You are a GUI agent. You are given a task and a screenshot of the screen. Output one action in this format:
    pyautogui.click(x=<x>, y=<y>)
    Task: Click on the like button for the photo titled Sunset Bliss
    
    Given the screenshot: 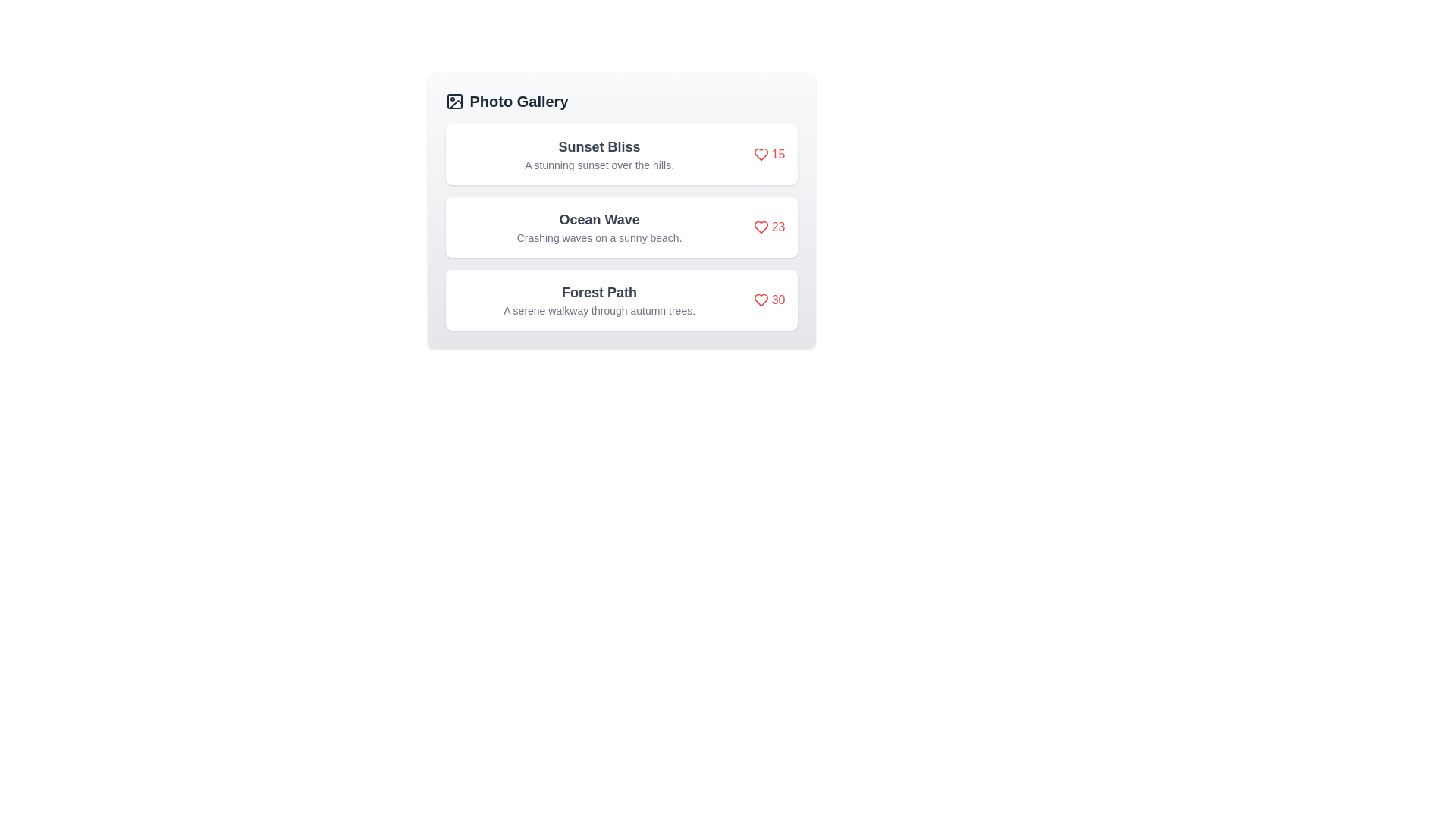 What is the action you would take?
    pyautogui.click(x=769, y=155)
    